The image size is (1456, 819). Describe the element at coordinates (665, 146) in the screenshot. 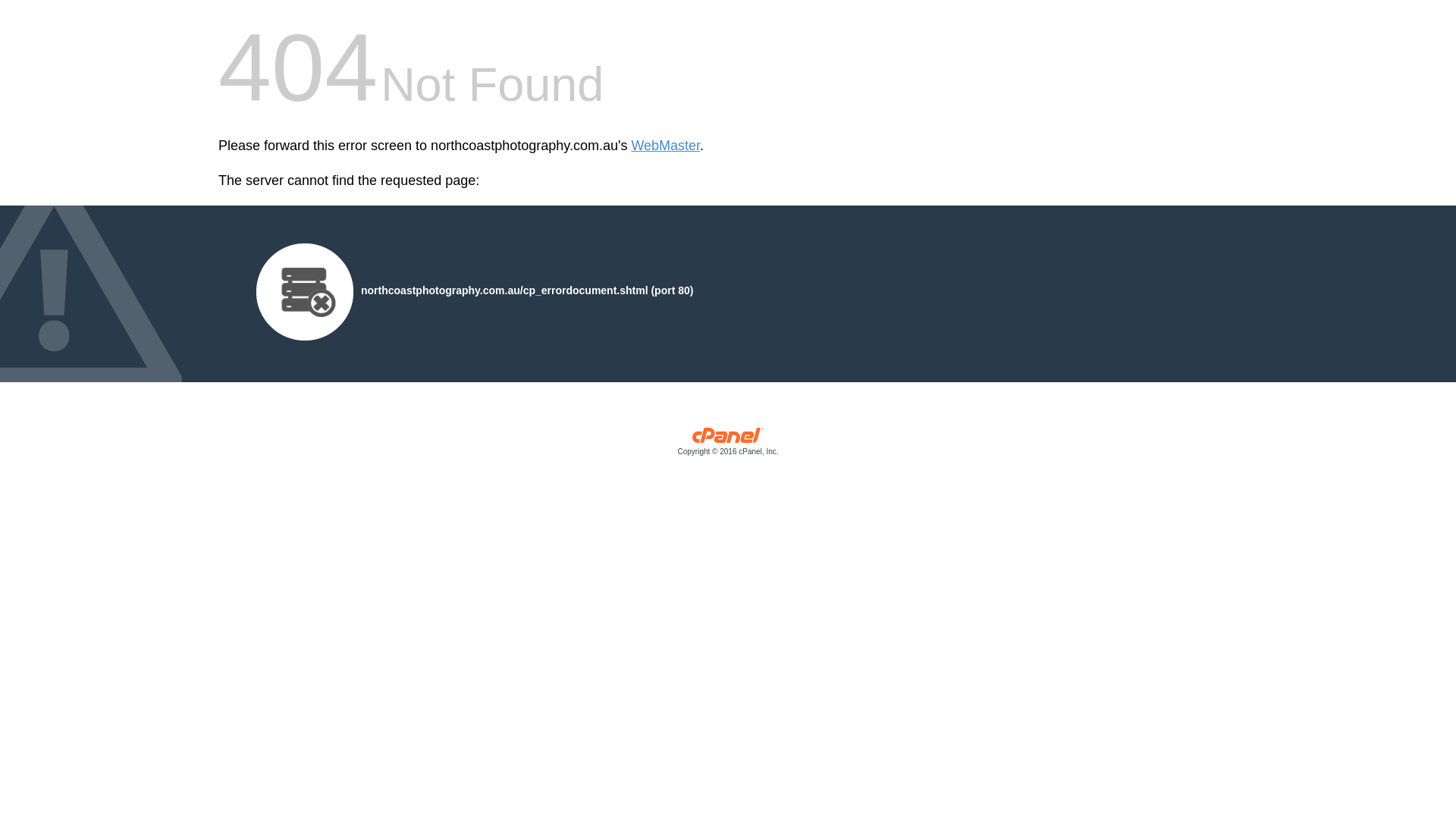

I see `'WebMaster'` at that location.